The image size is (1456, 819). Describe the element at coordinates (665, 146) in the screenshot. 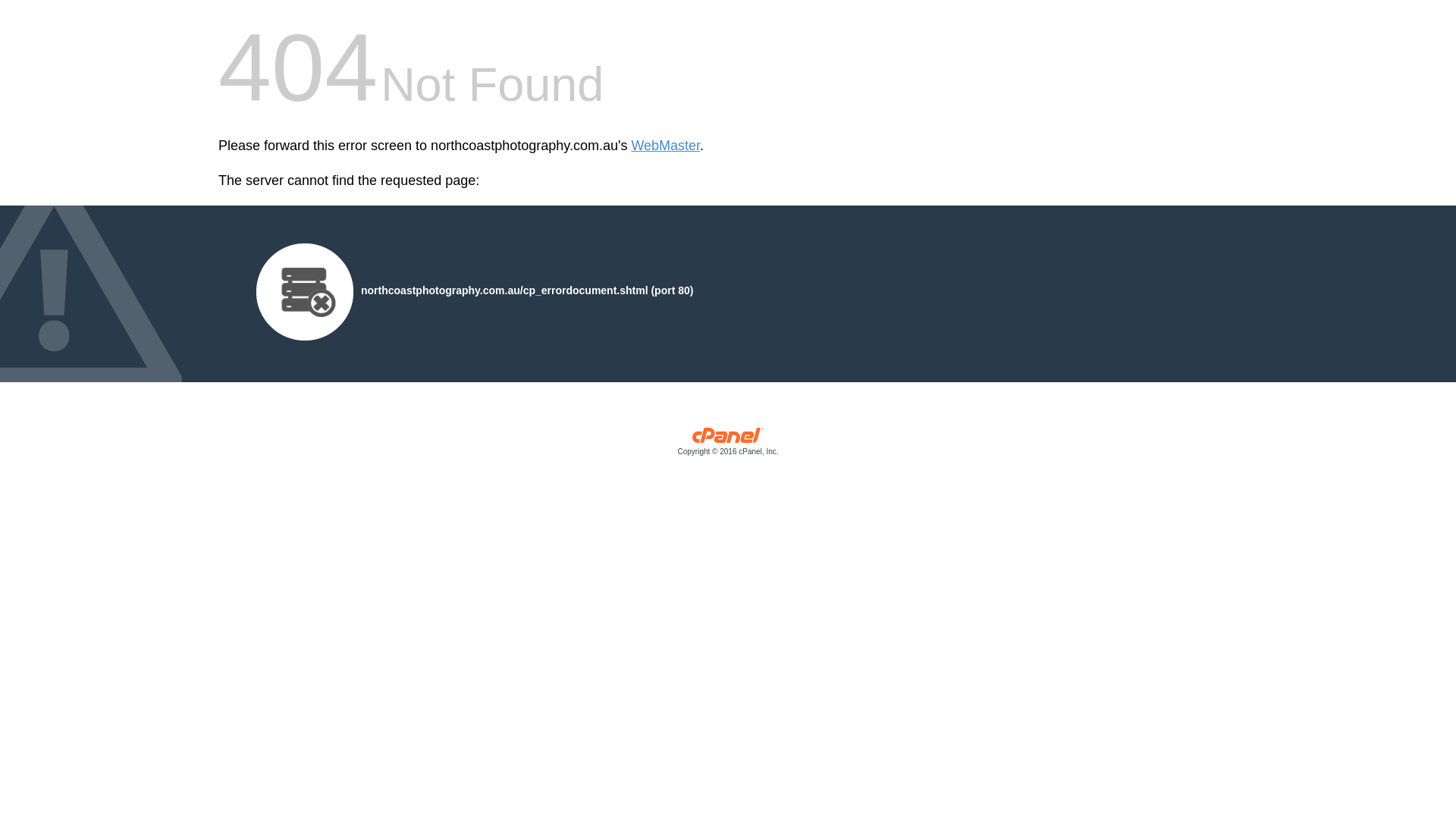

I see `'WebMaster'` at that location.